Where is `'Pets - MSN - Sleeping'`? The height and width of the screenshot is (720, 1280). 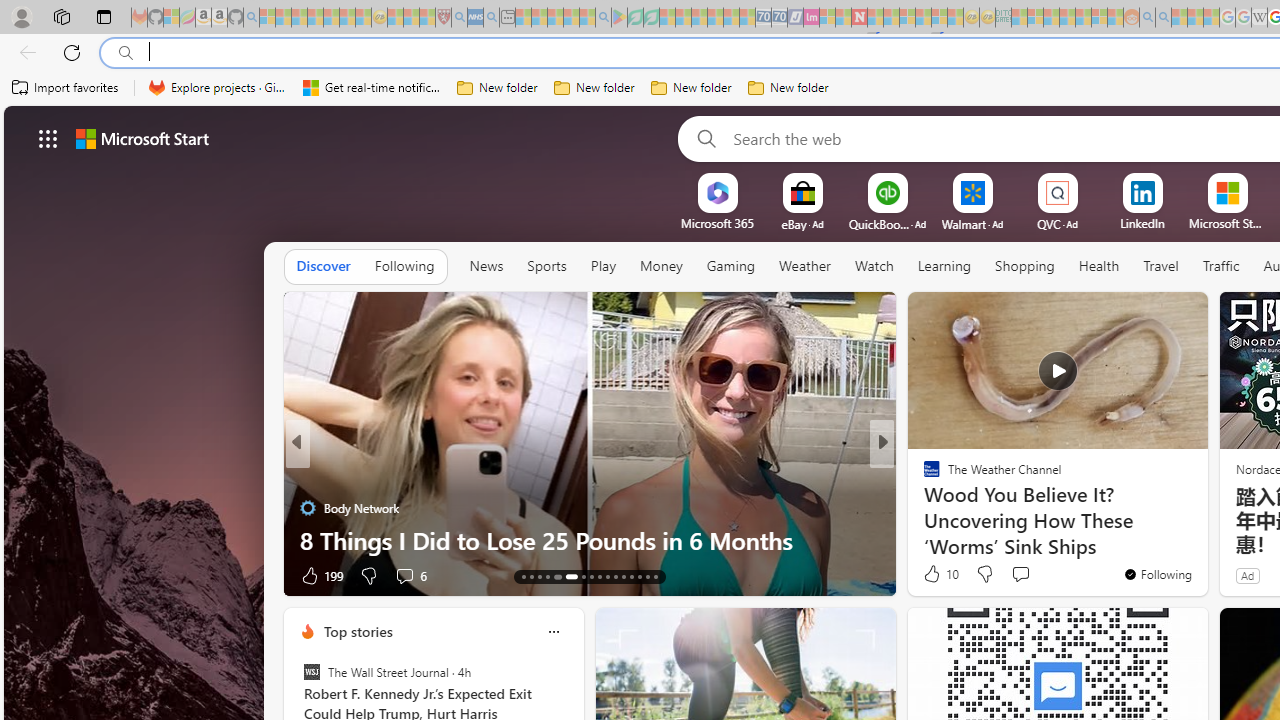
'Pets - MSN - Sleeping' is located at coordinates (570, 17).